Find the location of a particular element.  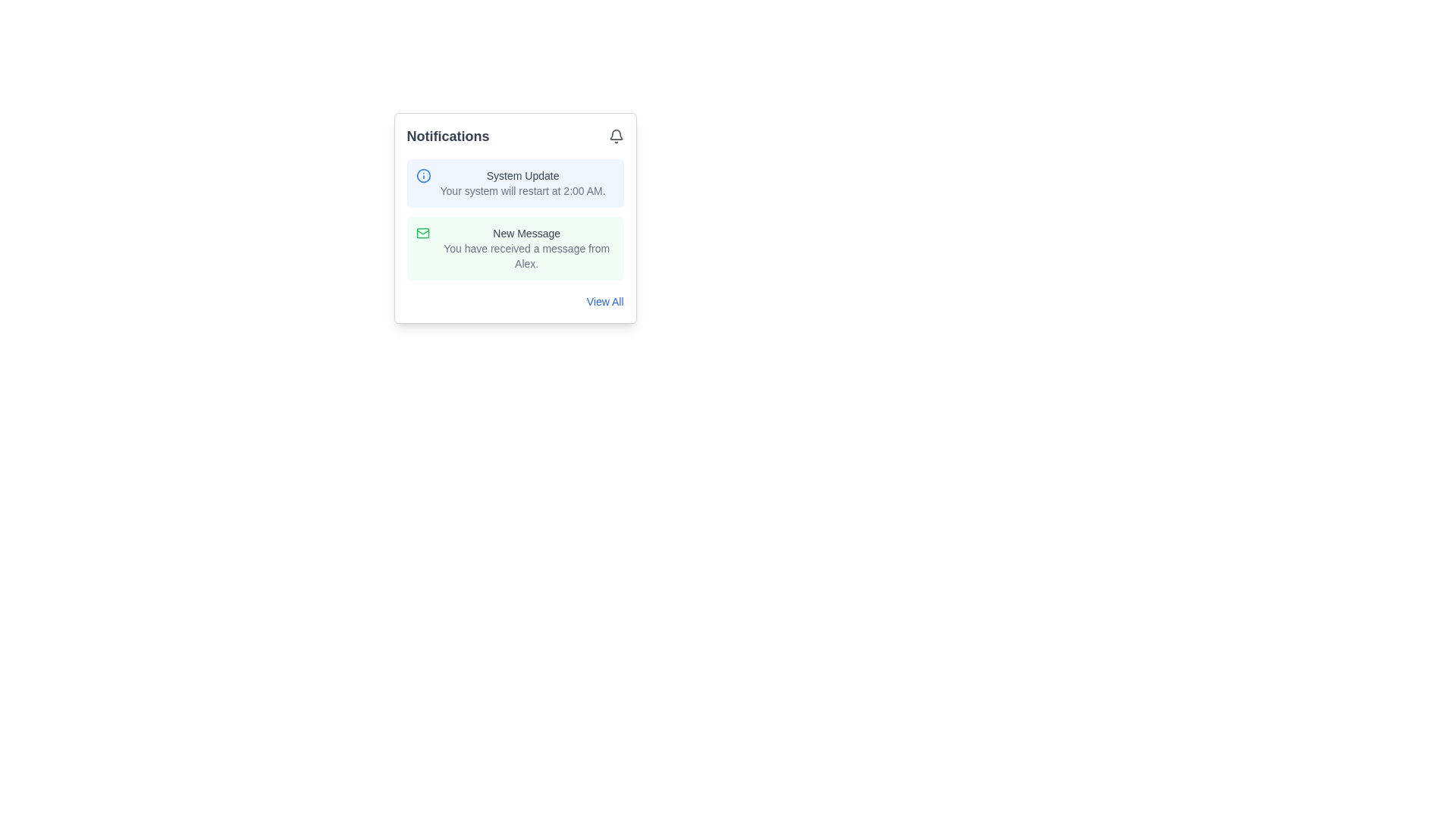

the circular information icon with a blue outline located in the notification card for the 'System Update' notification is located at coordinates (423, 174).